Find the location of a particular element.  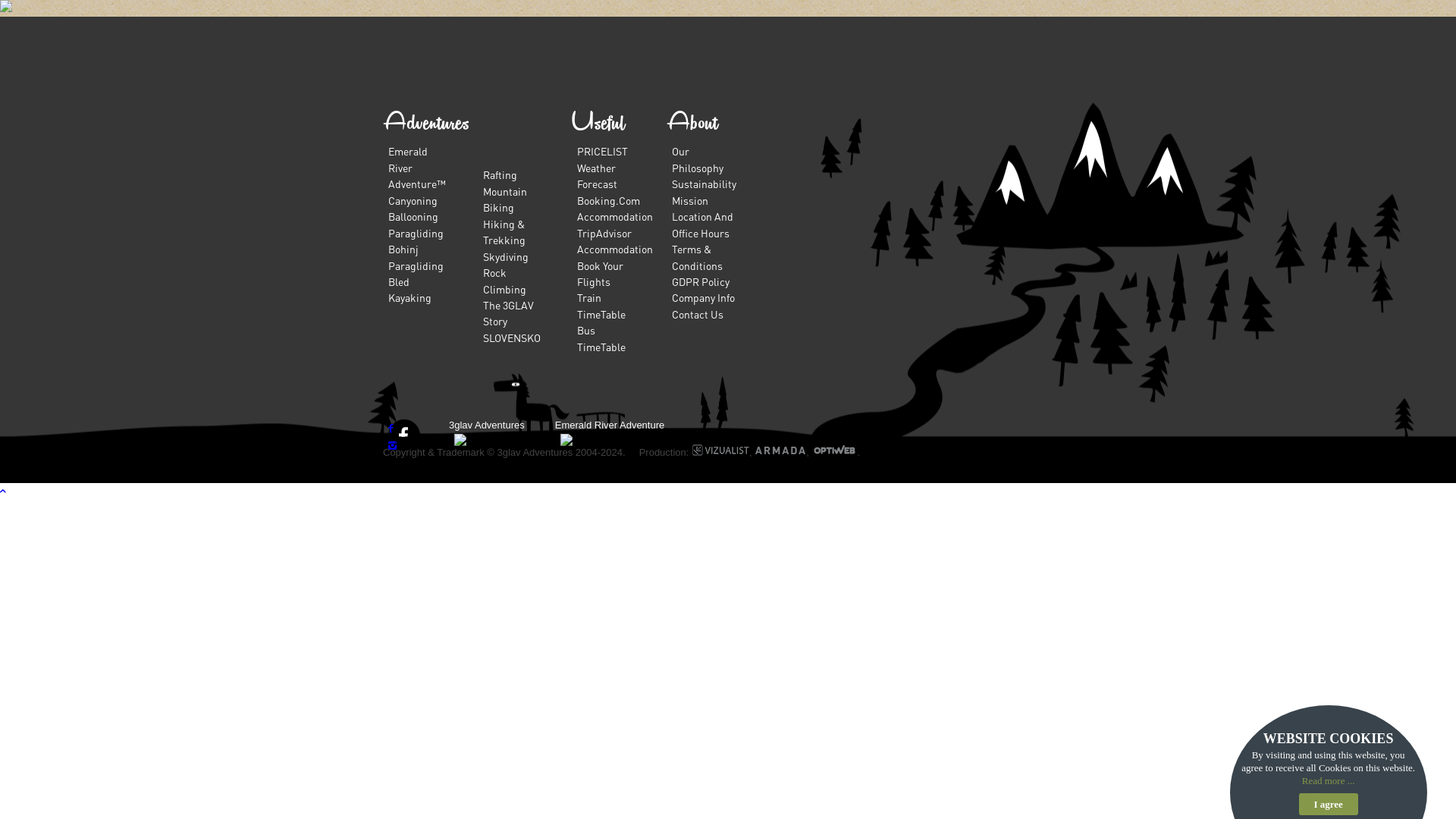

'SLOVENSKO' is located at coordinates (512, 336).